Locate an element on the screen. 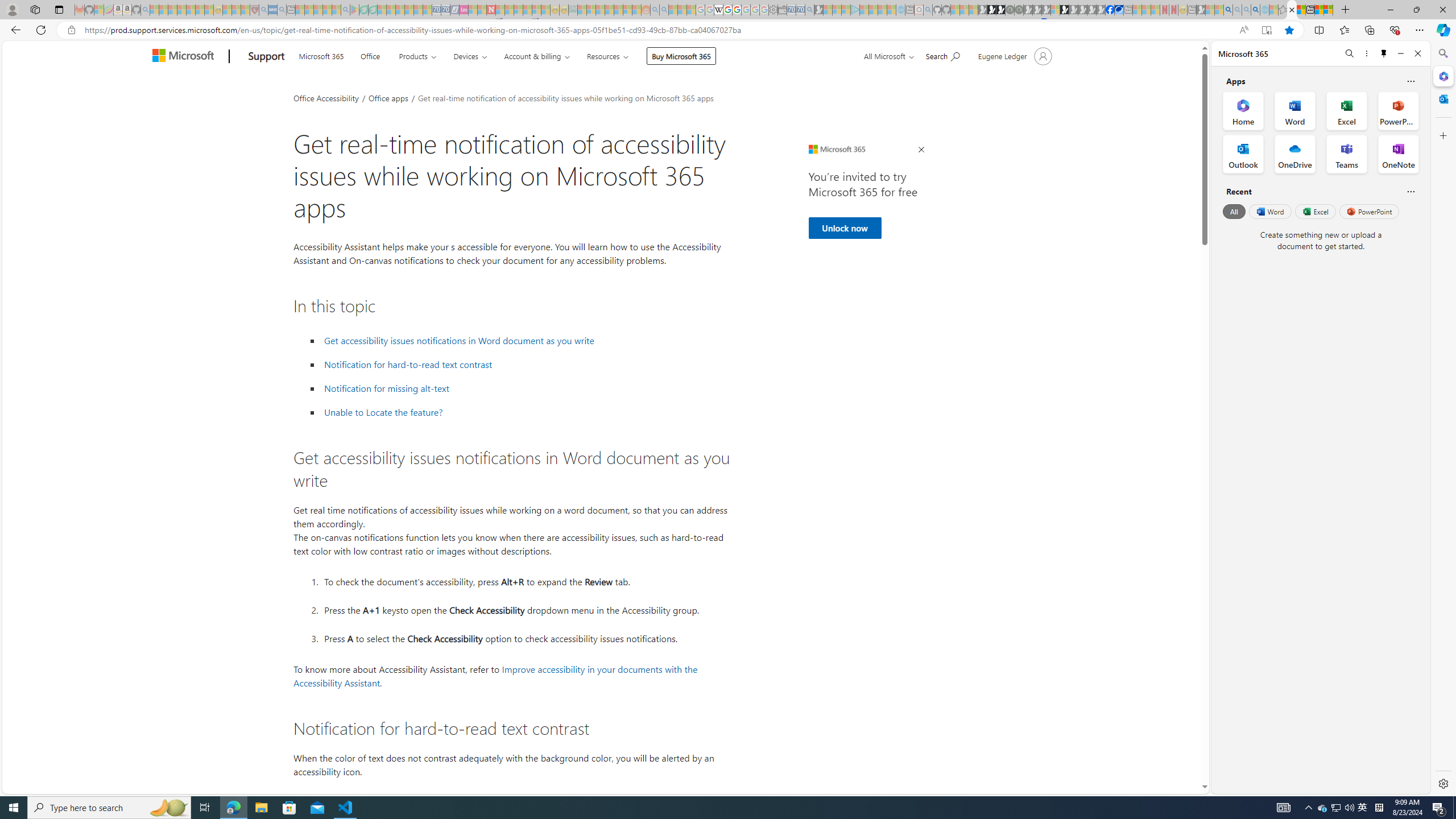 Image resolution: width=1456 pixels, height=819 pixels. 'utah sues federal government - Search - Sleeping' is located at coordinates (281, 9).